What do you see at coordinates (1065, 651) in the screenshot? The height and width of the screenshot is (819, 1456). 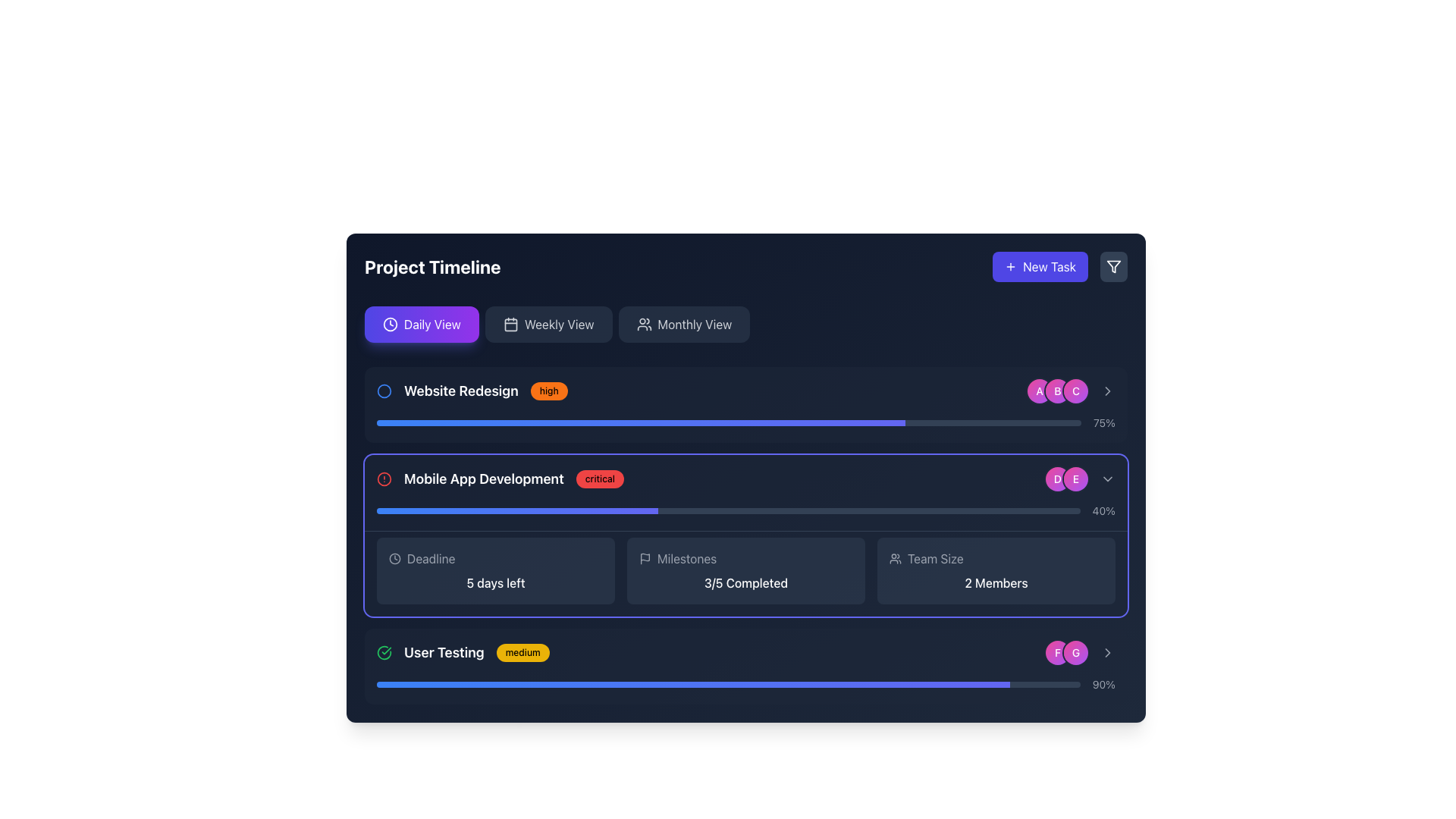 I see `the Profile icons grouped at the bottom-right corner of the main interface, which represents two user profiles or identifiers` at bounding box center [1065, 651].